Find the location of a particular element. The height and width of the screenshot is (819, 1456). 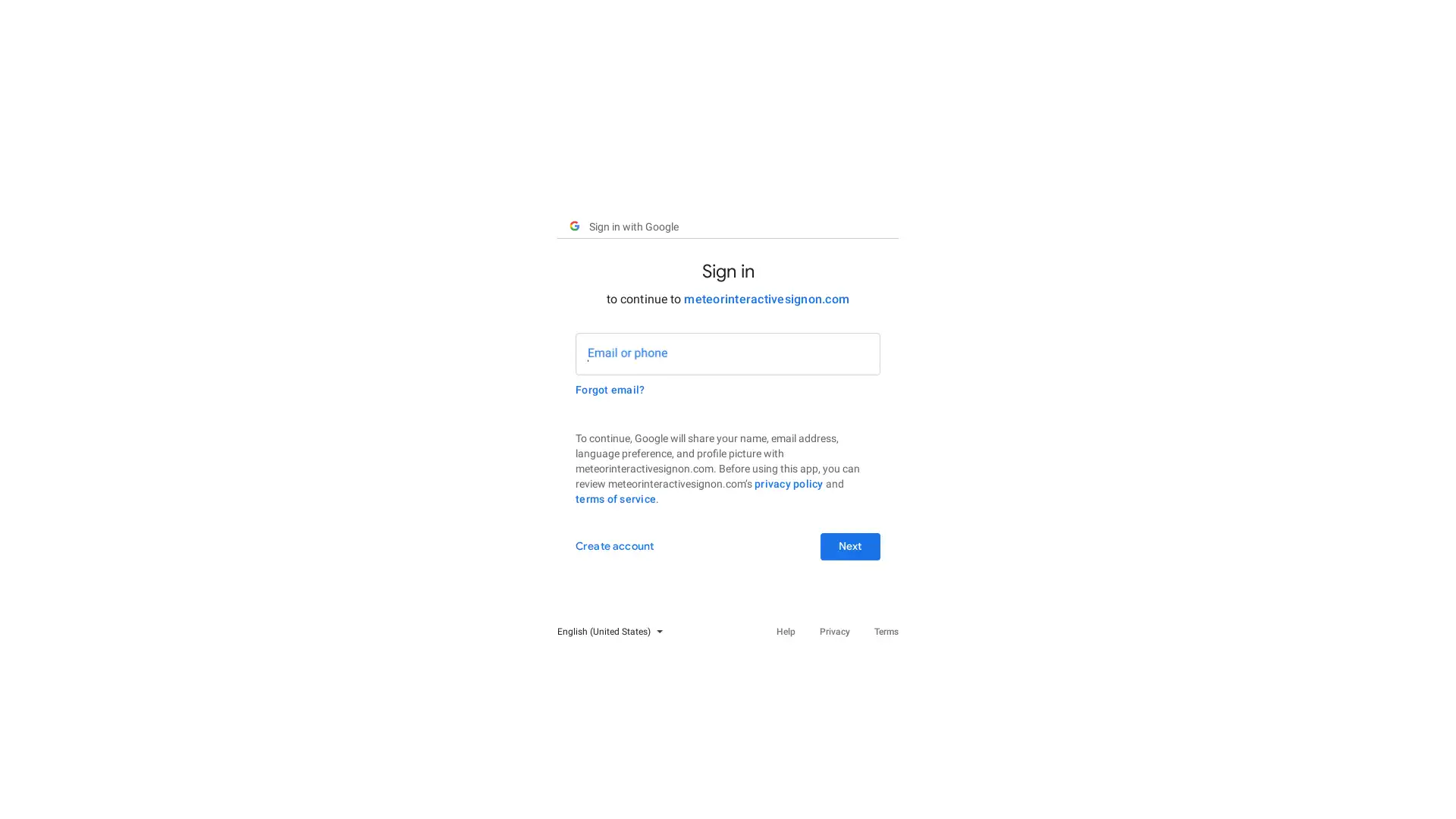

Next is located at coordinates (836, 555).